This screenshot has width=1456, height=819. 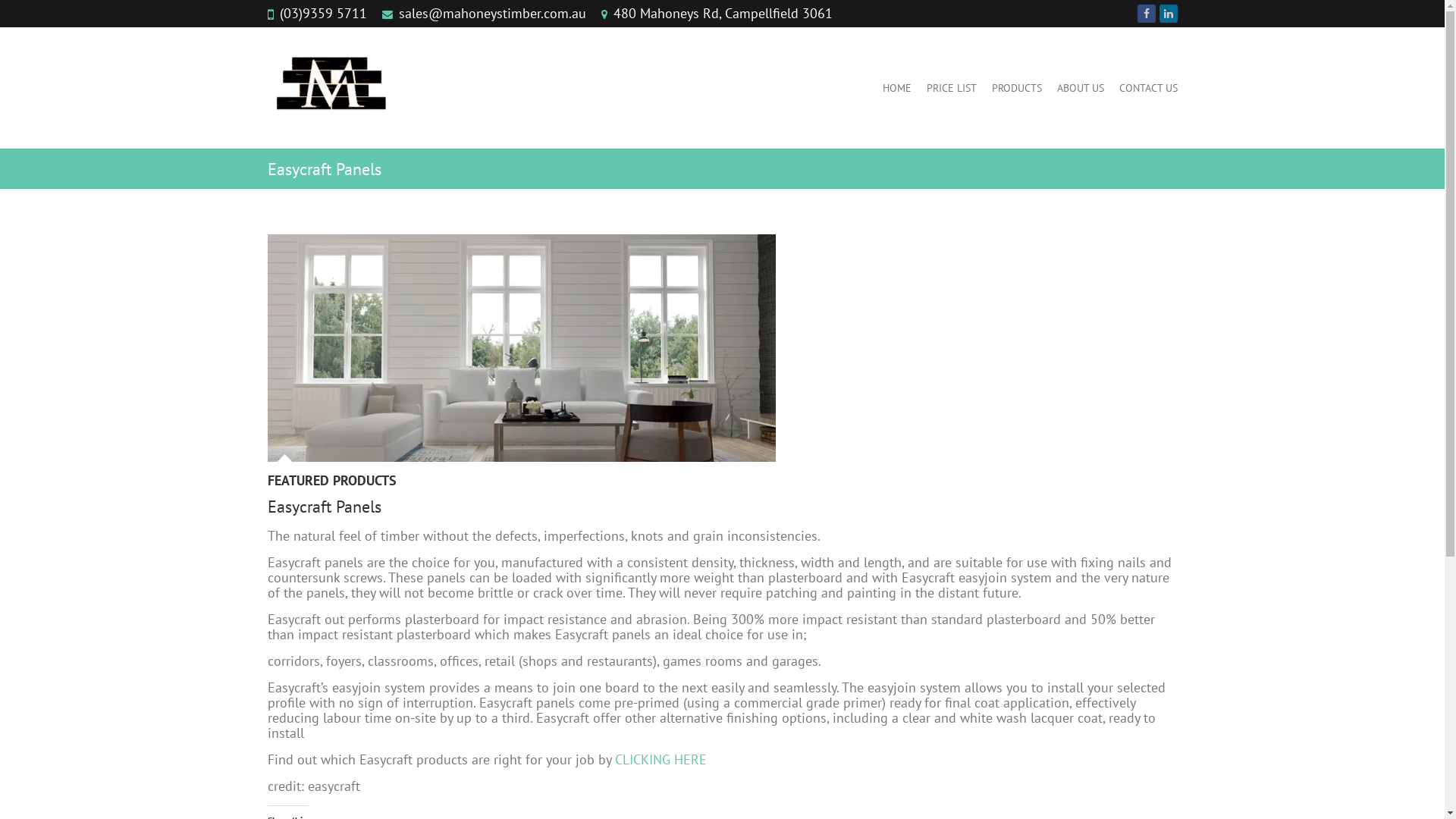 What do you see at coordinates (1016, 87) in the screenshot?
I see `'PRODUCTS'` at bounding box center [1016, 87].